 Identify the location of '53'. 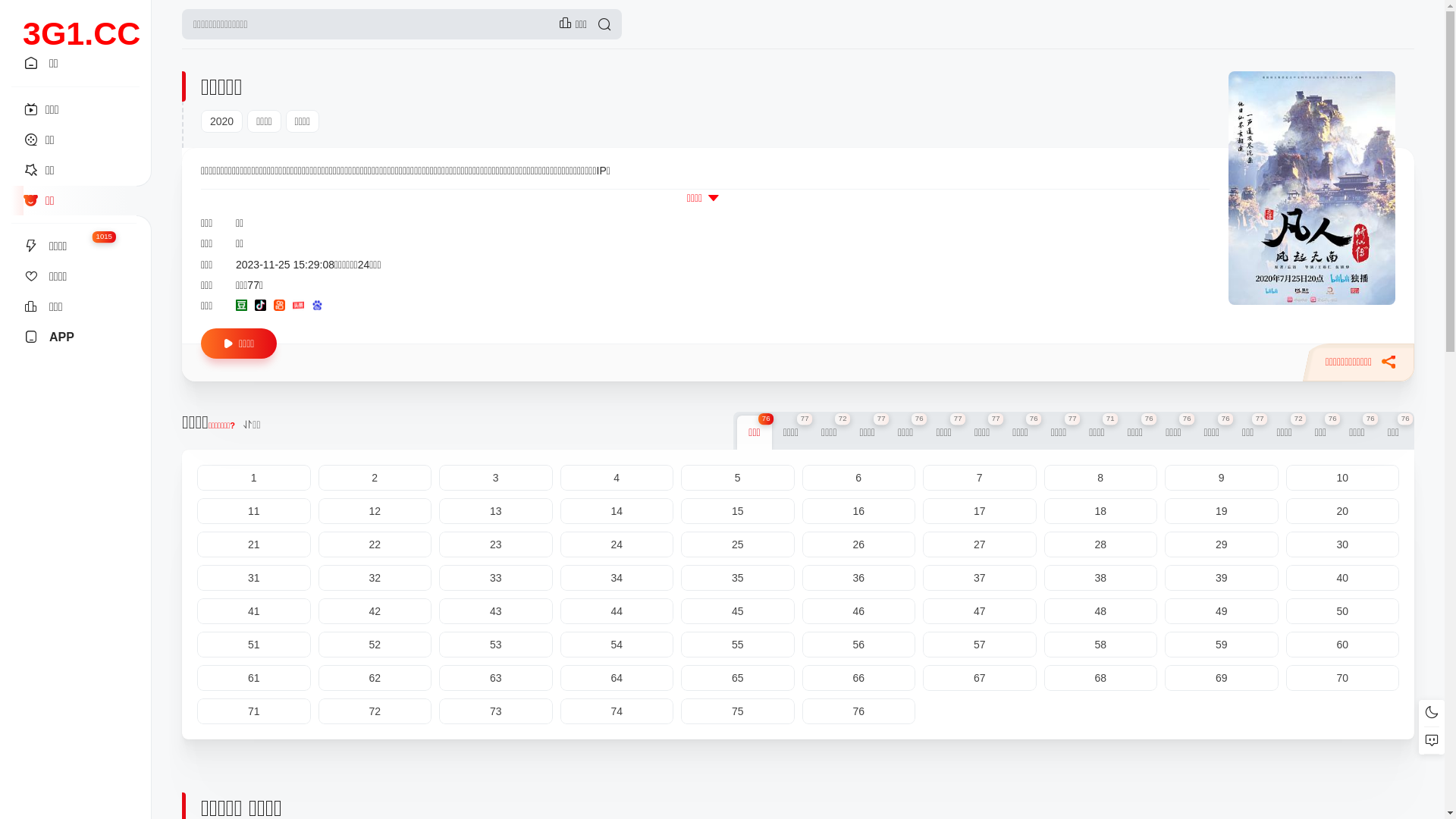
(495, 644).